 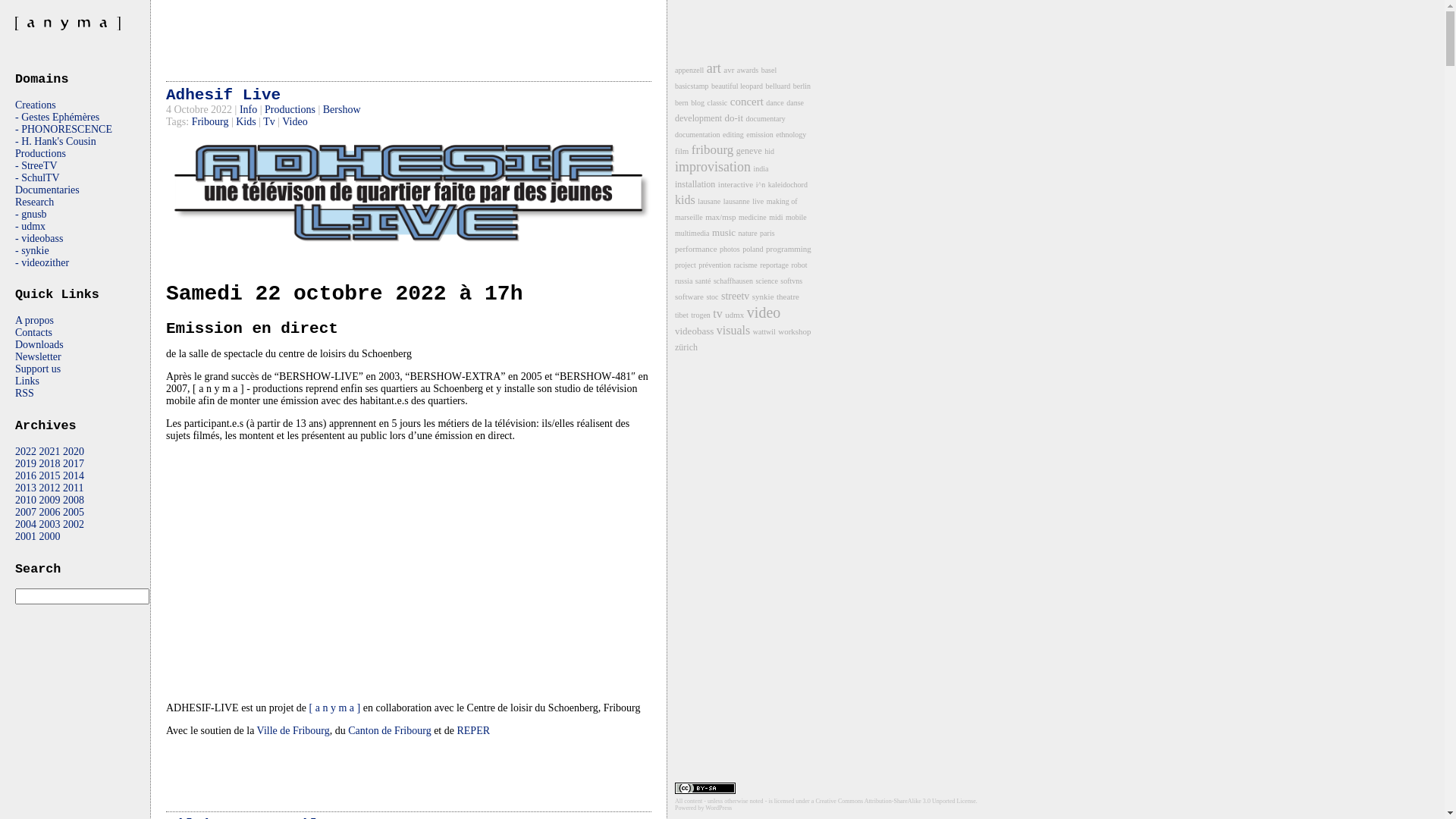 What do you see at coordinates (14, 153) in the screenshot?
I see `'Productions'` at bounding box center [14, 153].